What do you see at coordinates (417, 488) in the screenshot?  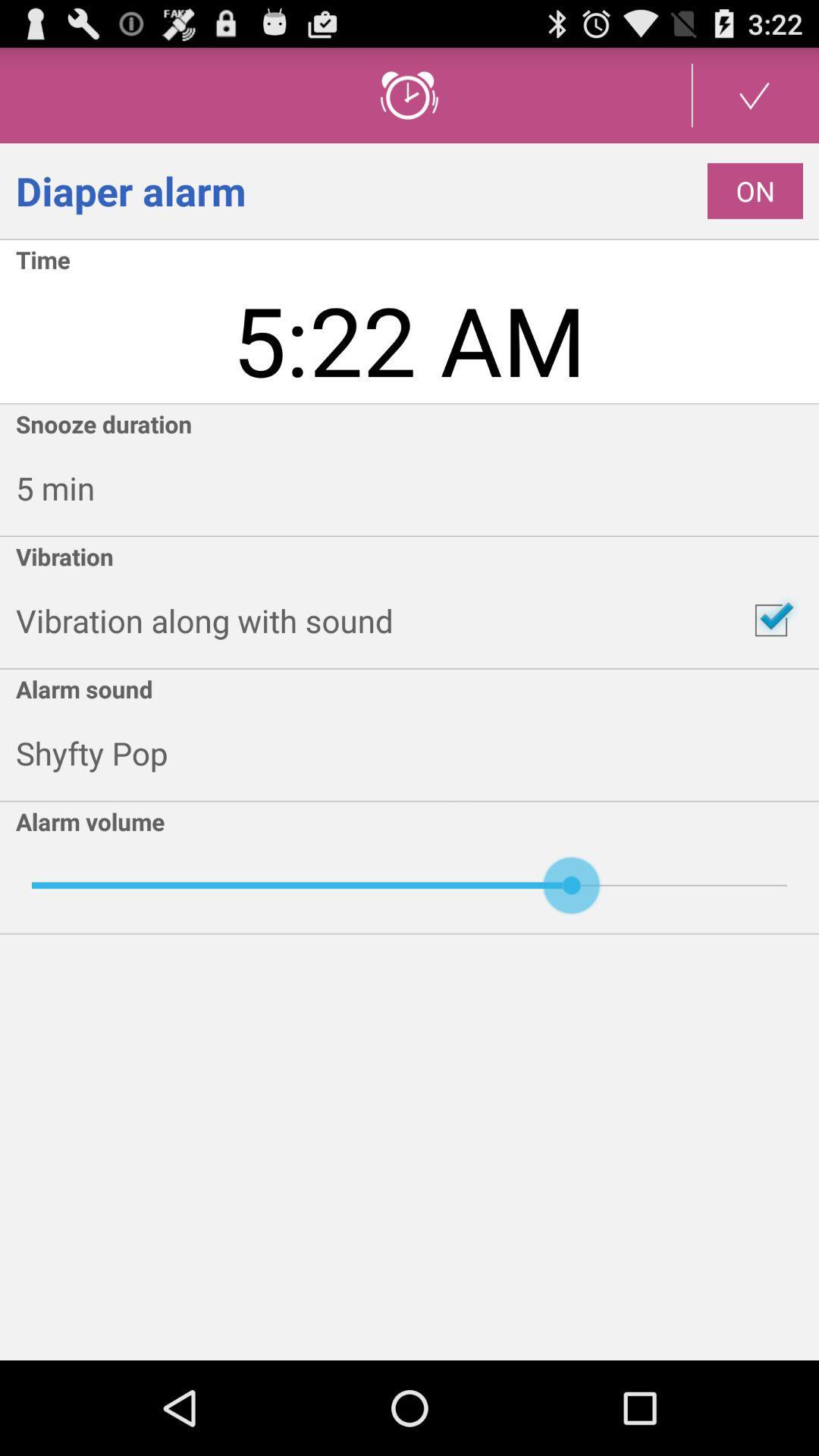 I see `5 min item` at bounding box center [417, 488].